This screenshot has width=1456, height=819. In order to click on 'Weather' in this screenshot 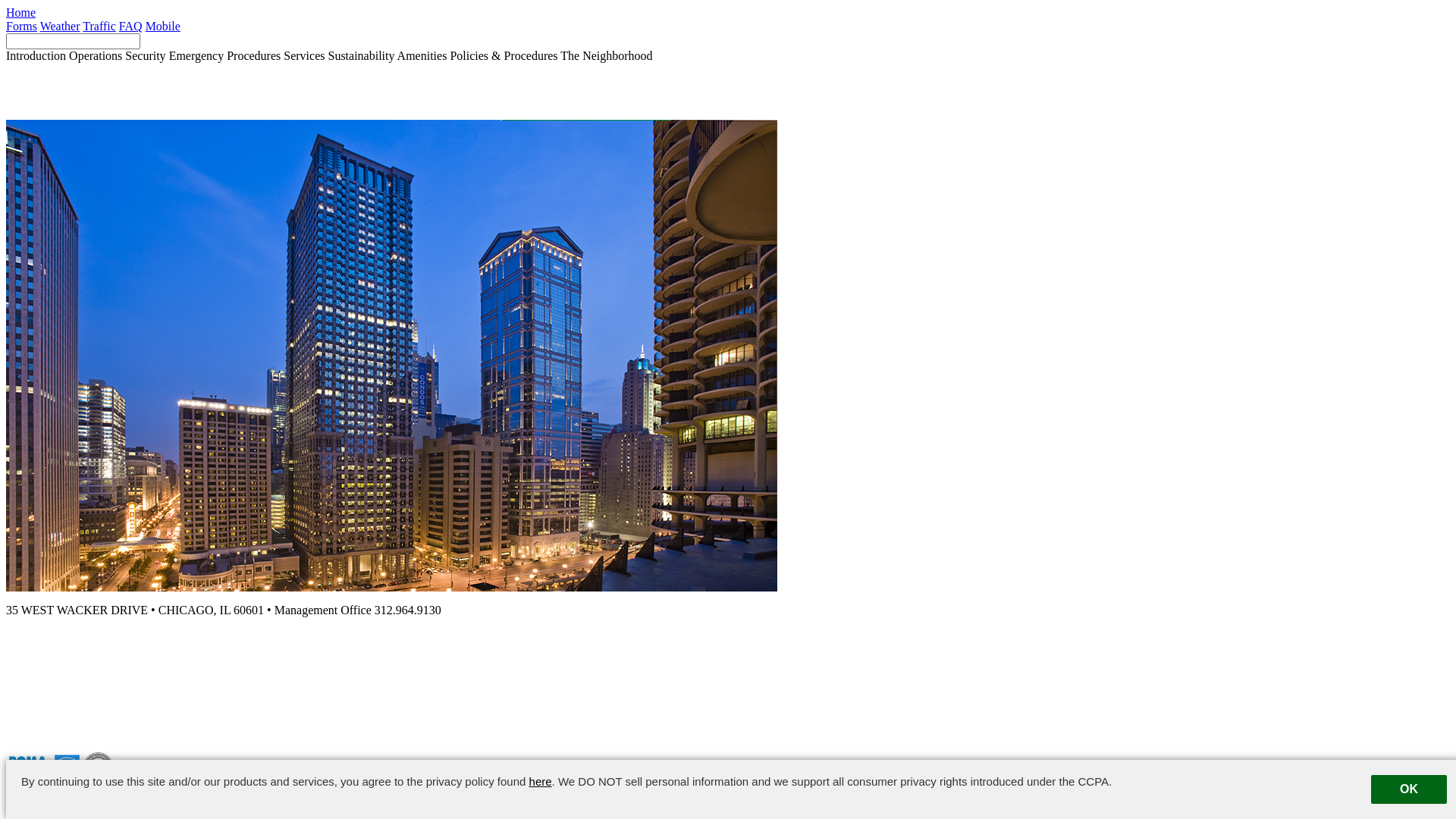, I will do `click(60, 26)`.